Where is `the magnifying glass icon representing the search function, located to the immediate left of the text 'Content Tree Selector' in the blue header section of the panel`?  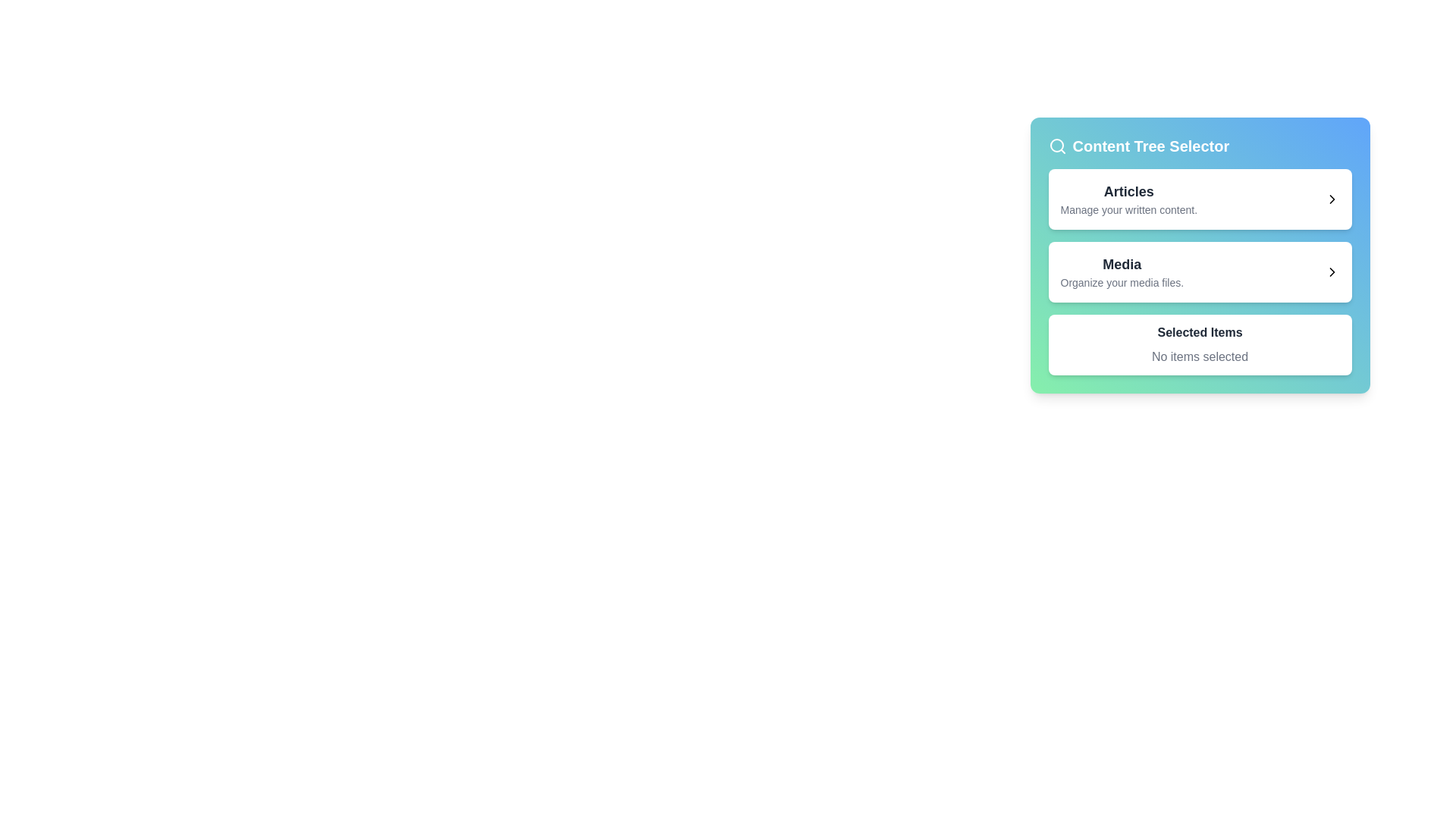
the magnifying glass icon representing the search function, located to the immediate left of the text 'Content Tree Selector' in the blue header section of the panel is located at coordinates (1056, 146).